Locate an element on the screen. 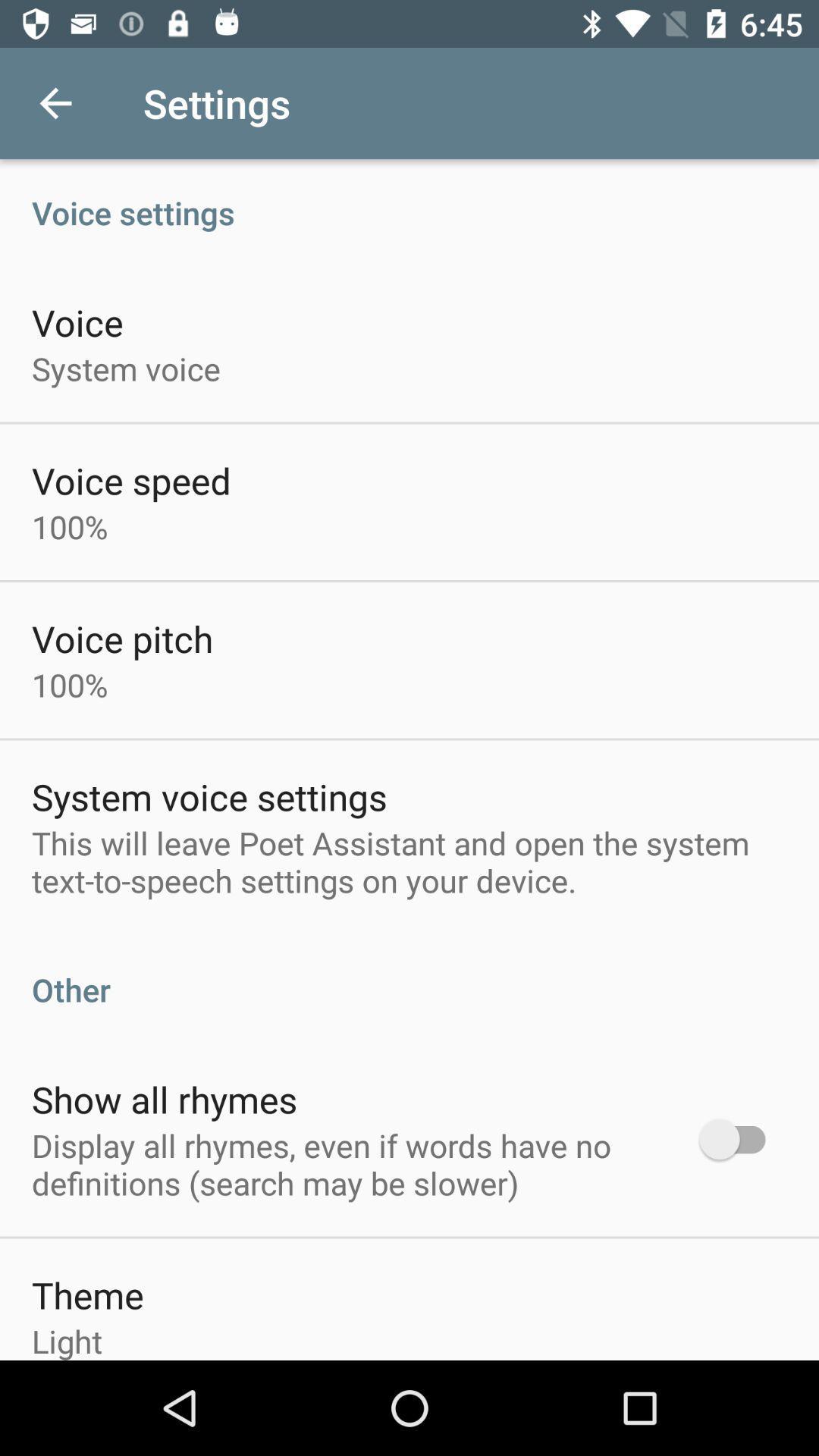  icon above the voice settings item is located at coordinates (55, 102).